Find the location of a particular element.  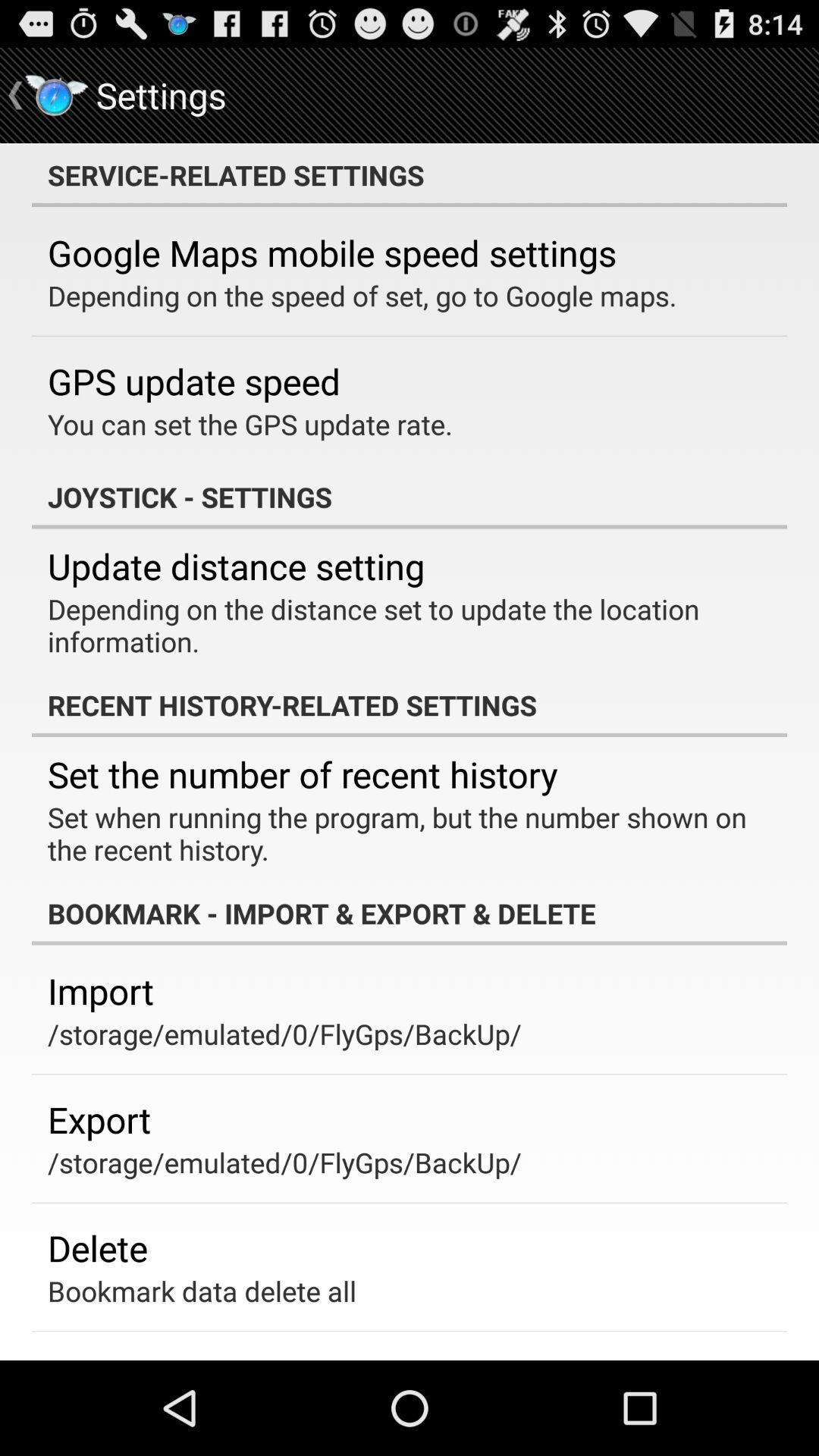

the set when running is located at coordinates (398, 833).